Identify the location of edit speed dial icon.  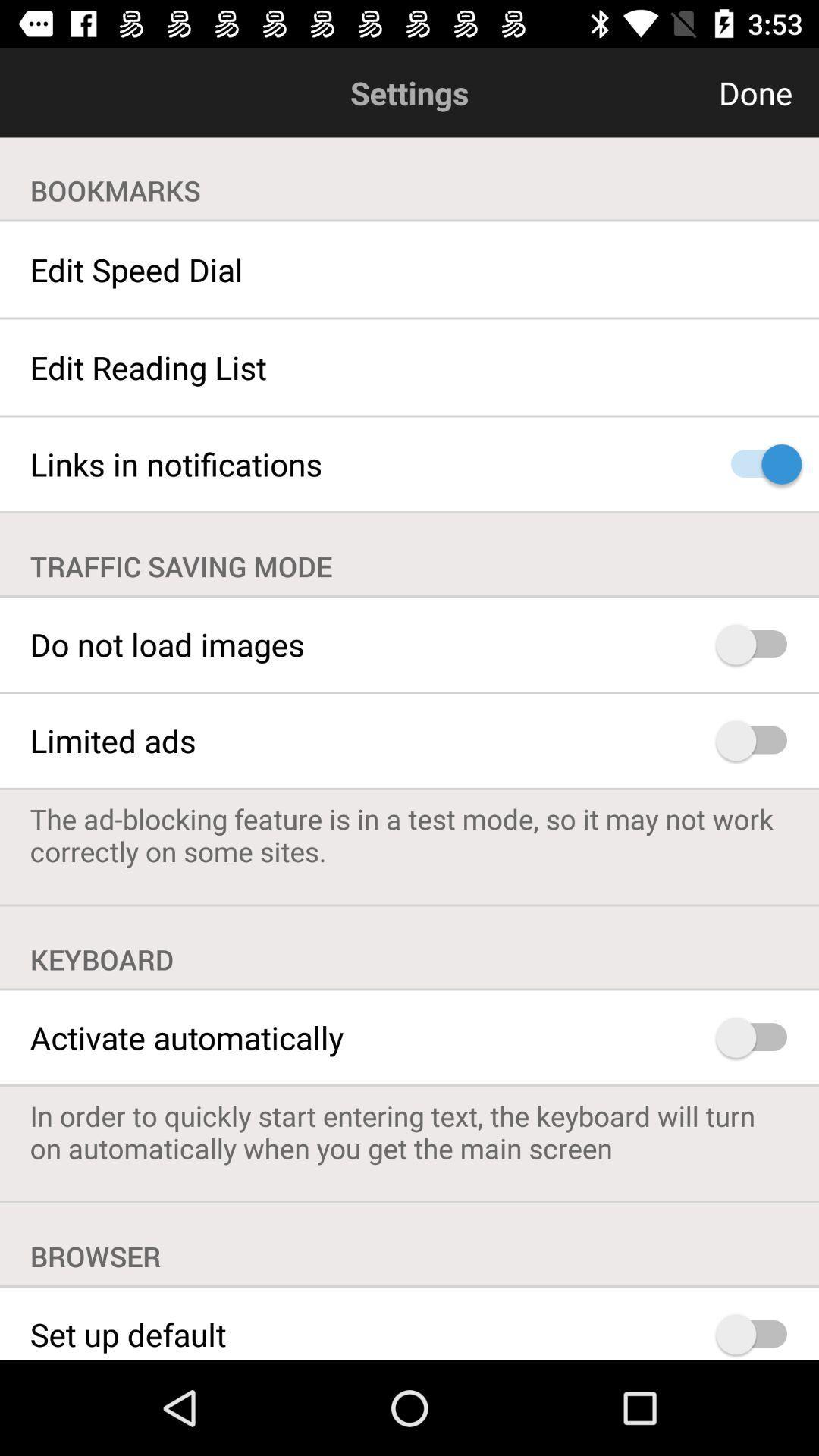
(409, 269).